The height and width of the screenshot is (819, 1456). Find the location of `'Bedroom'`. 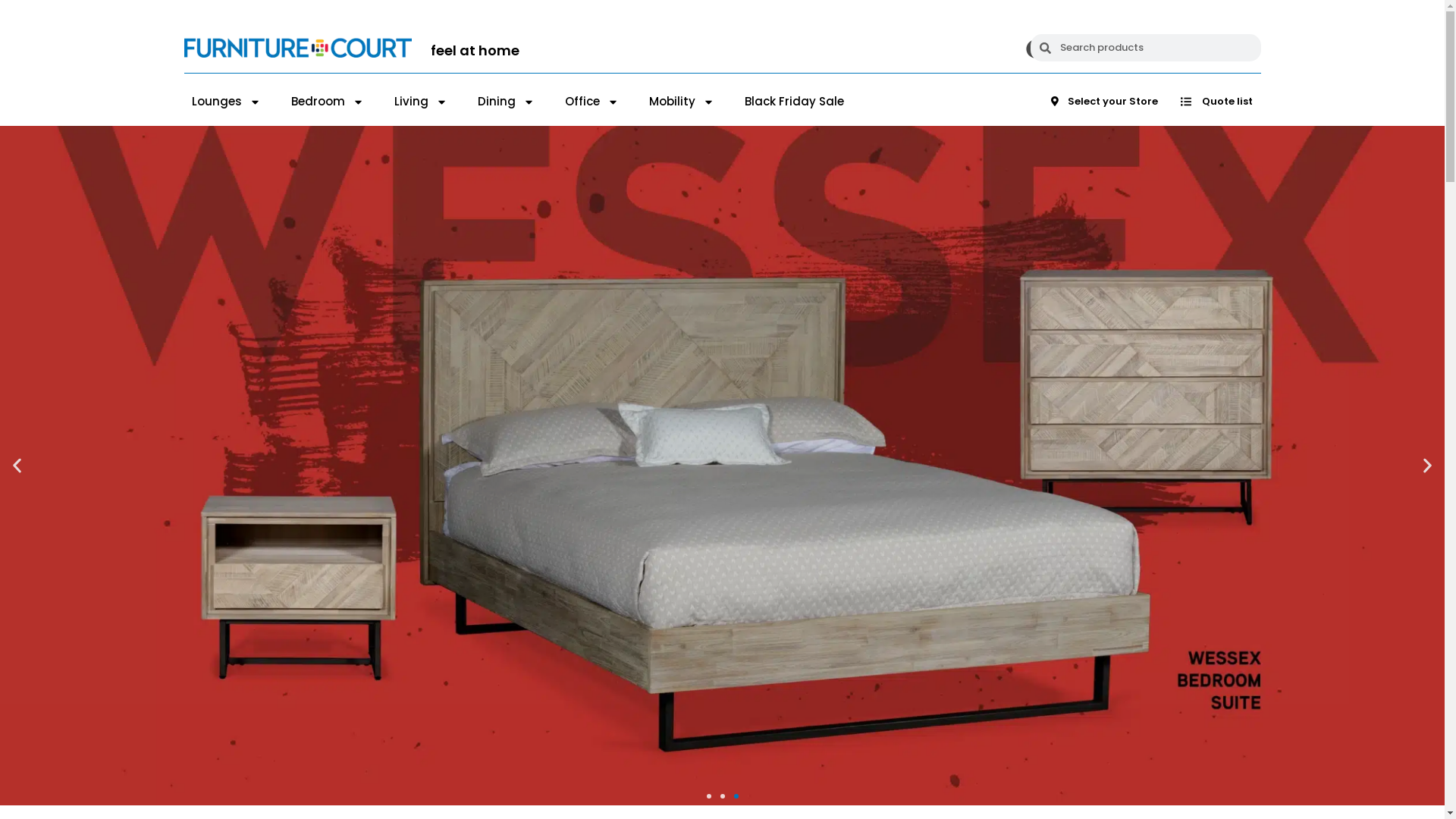

'Bedroom' is located at coordinates (327, 102).